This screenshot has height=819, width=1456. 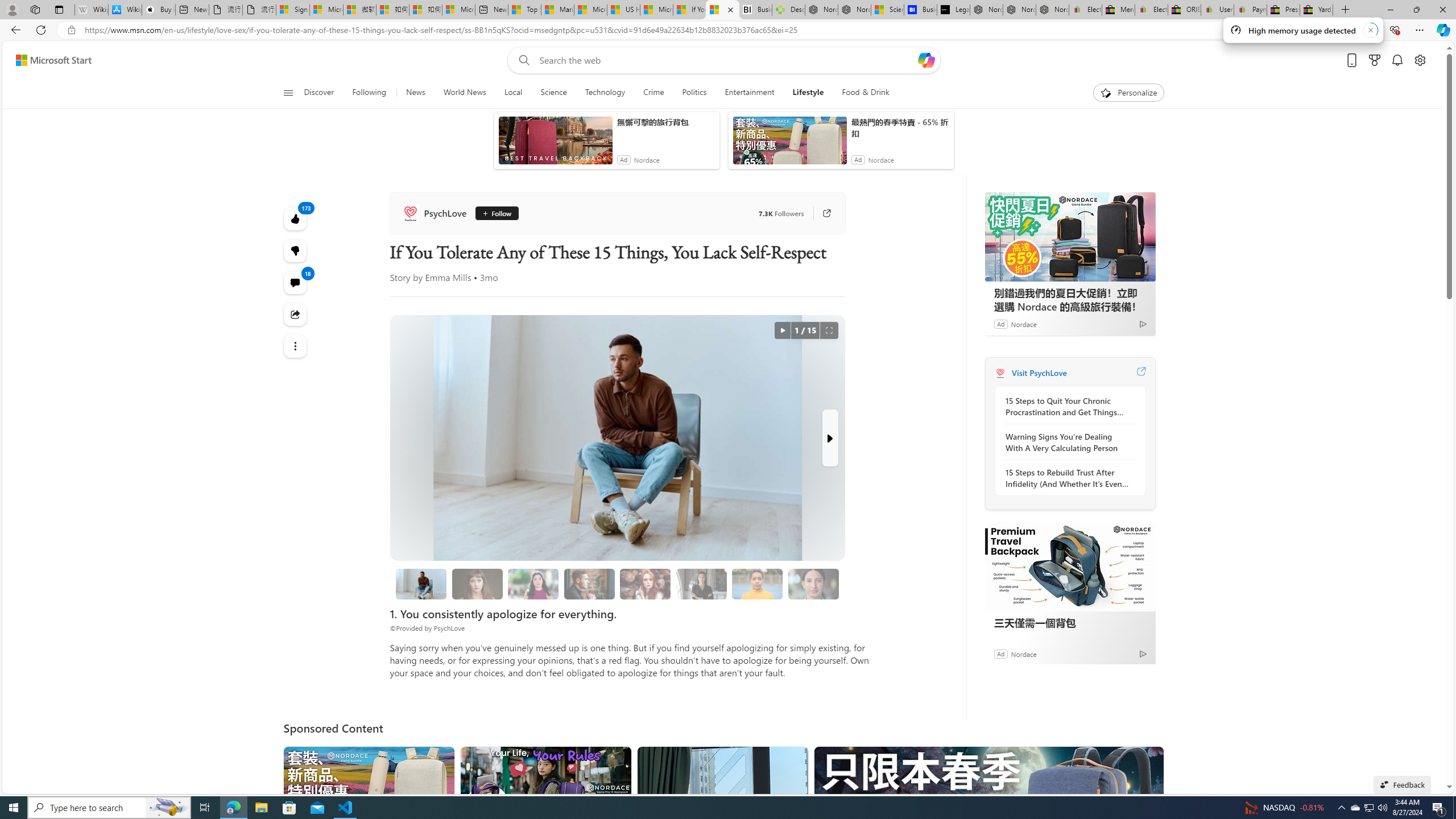 What do you see at coordinates (1283, 9) in the screenshot?
I see `'Press Room - eBay Inc.'` at bounding box center [1283, 9].